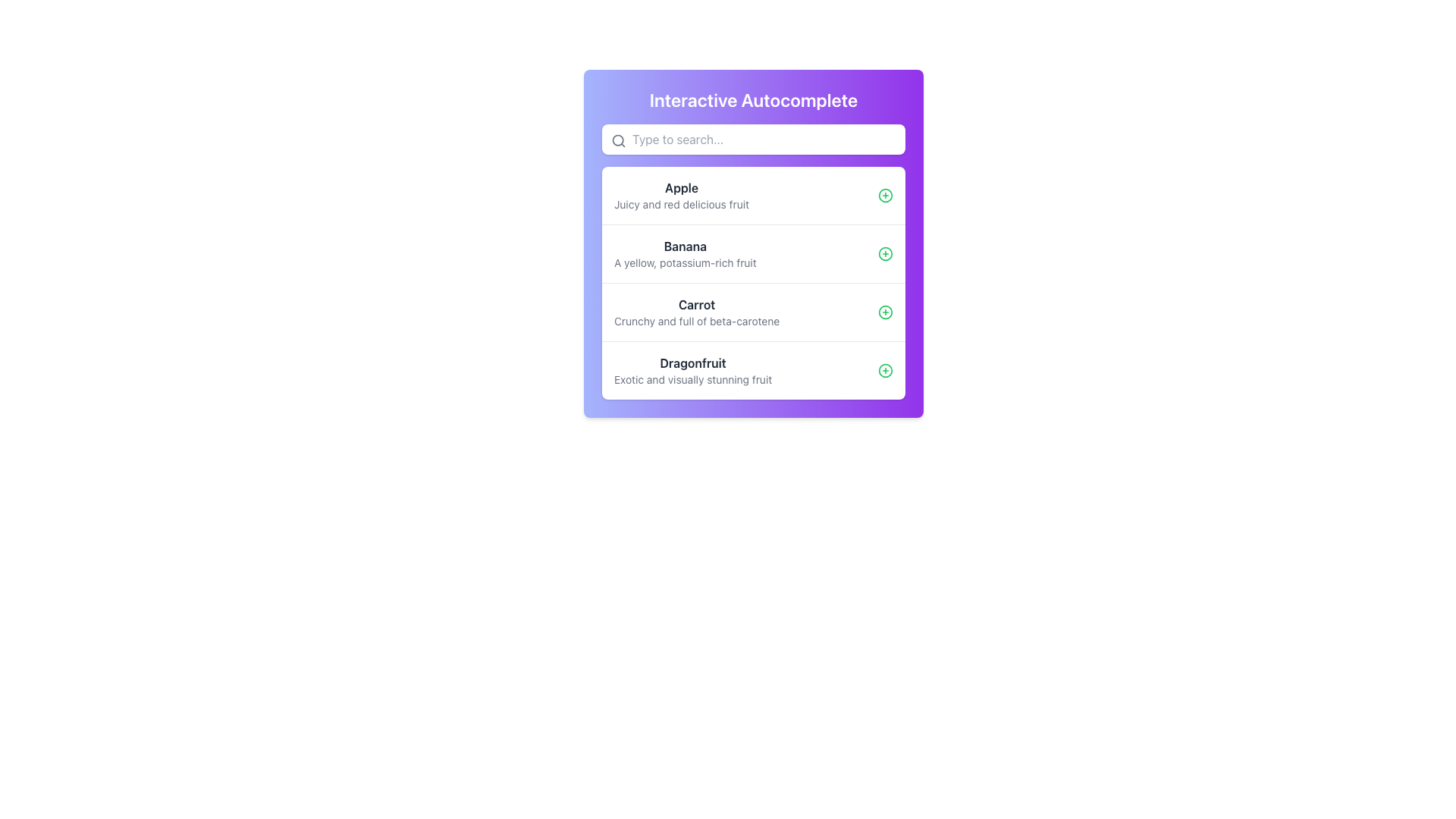  What do you see at coordinates (753, 253) in the screenshot?
I see `the list item containing the title 'Banana' and the description 'A yellow, potassium-rich fruit'` at bounding box center [753, 253].